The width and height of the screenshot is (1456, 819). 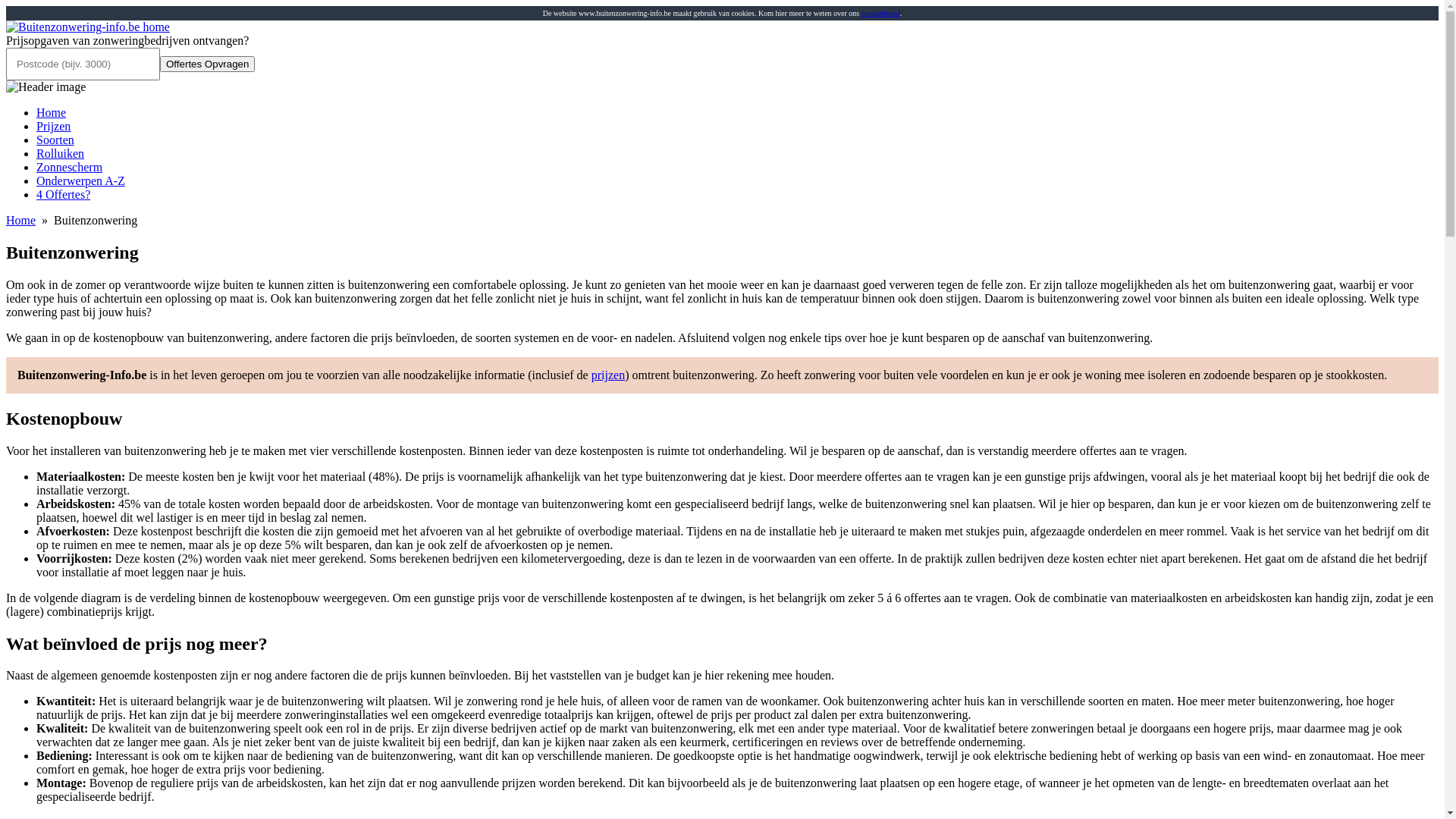 What do you see at coordinates (68, 167) in the screenshot?
I see `'Zonnescherm'` at bounding box center [68, 167].